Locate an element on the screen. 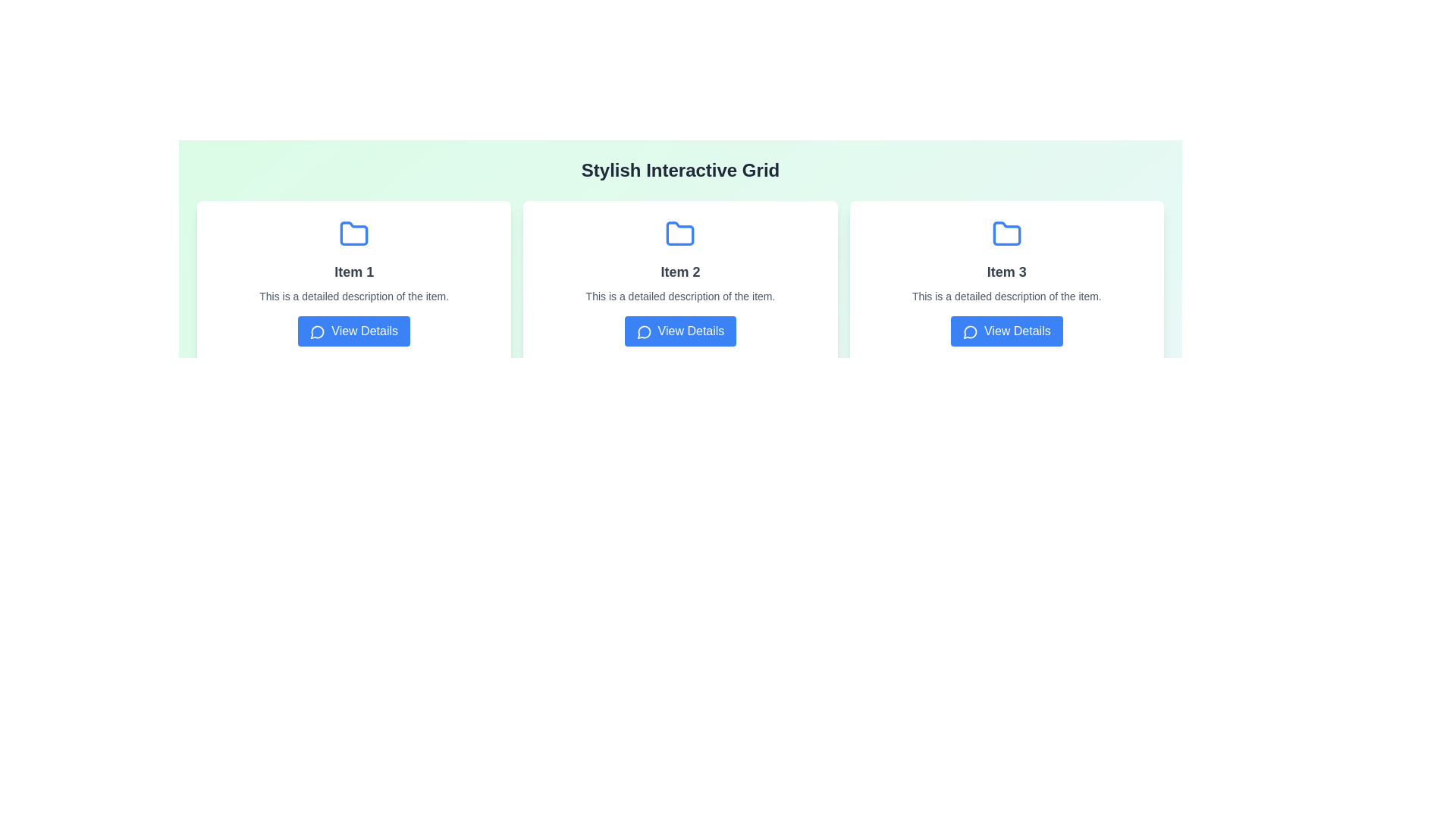  the blue speech bubble icon within the 'View Details' button located below the 'Item 1' section is located at coordinates (317, 331).